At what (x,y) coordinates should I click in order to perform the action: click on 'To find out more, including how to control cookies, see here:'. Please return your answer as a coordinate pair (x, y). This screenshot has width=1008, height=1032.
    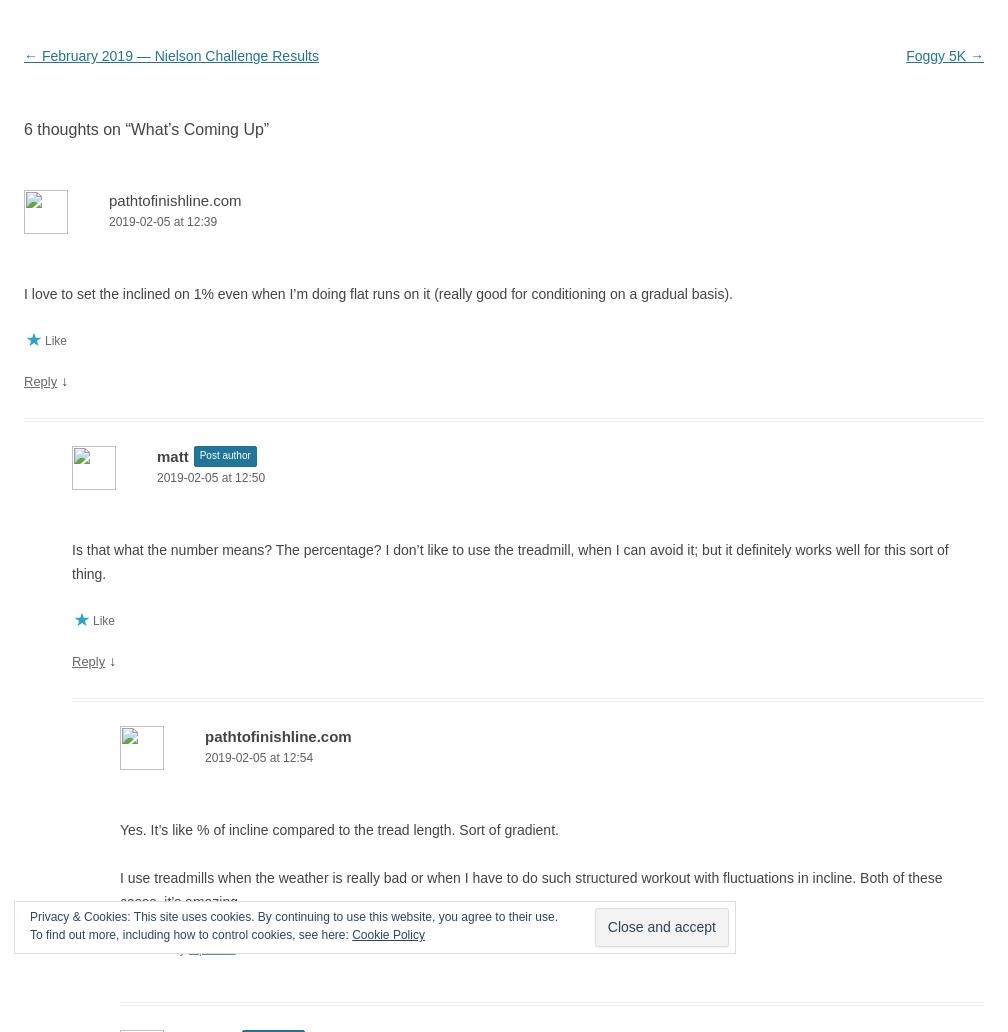
    Looking at the image, I should click on (191, 933).